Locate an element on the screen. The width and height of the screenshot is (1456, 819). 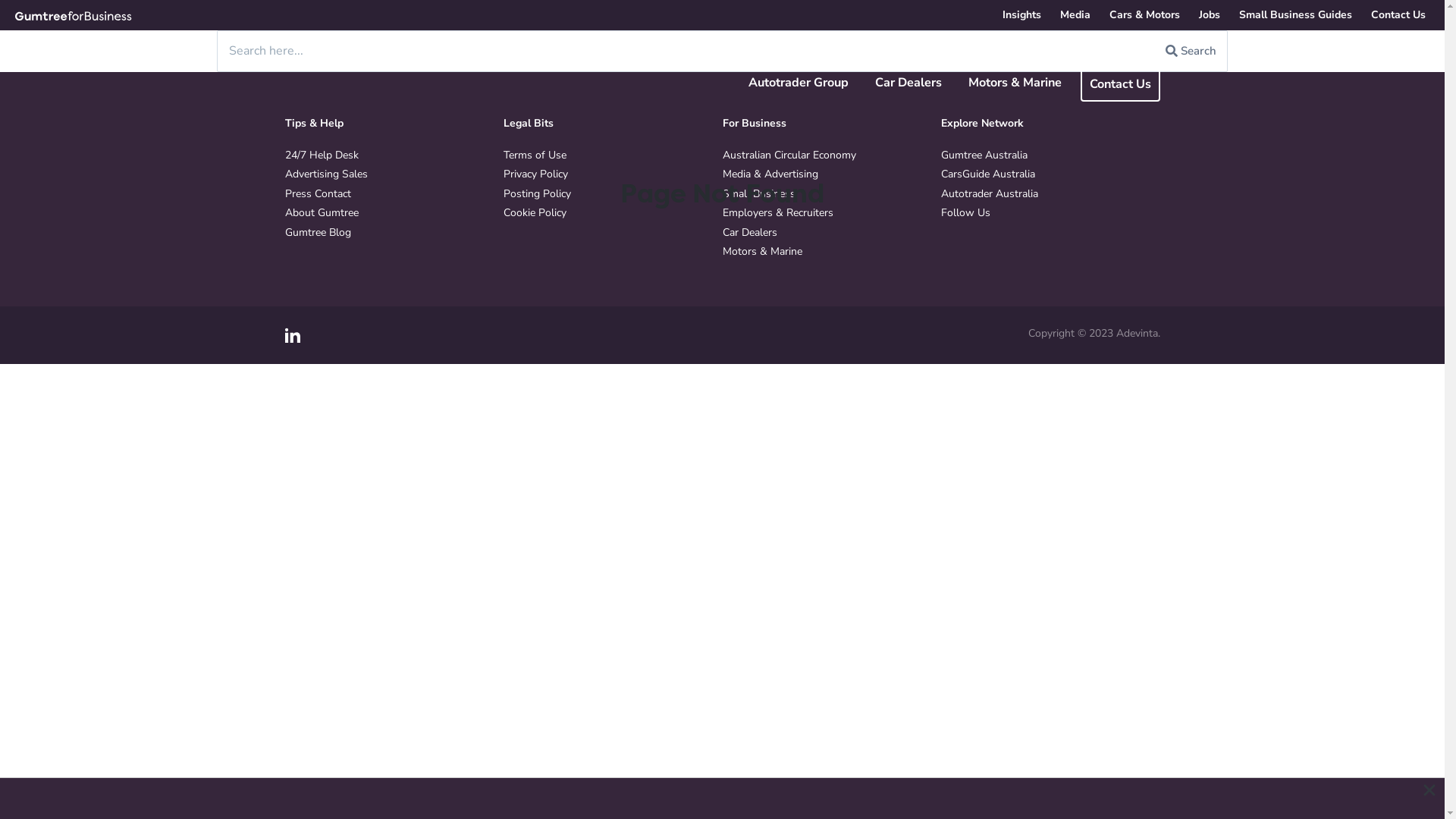
'Motors & Marine' is located at coordinates (959, 83).